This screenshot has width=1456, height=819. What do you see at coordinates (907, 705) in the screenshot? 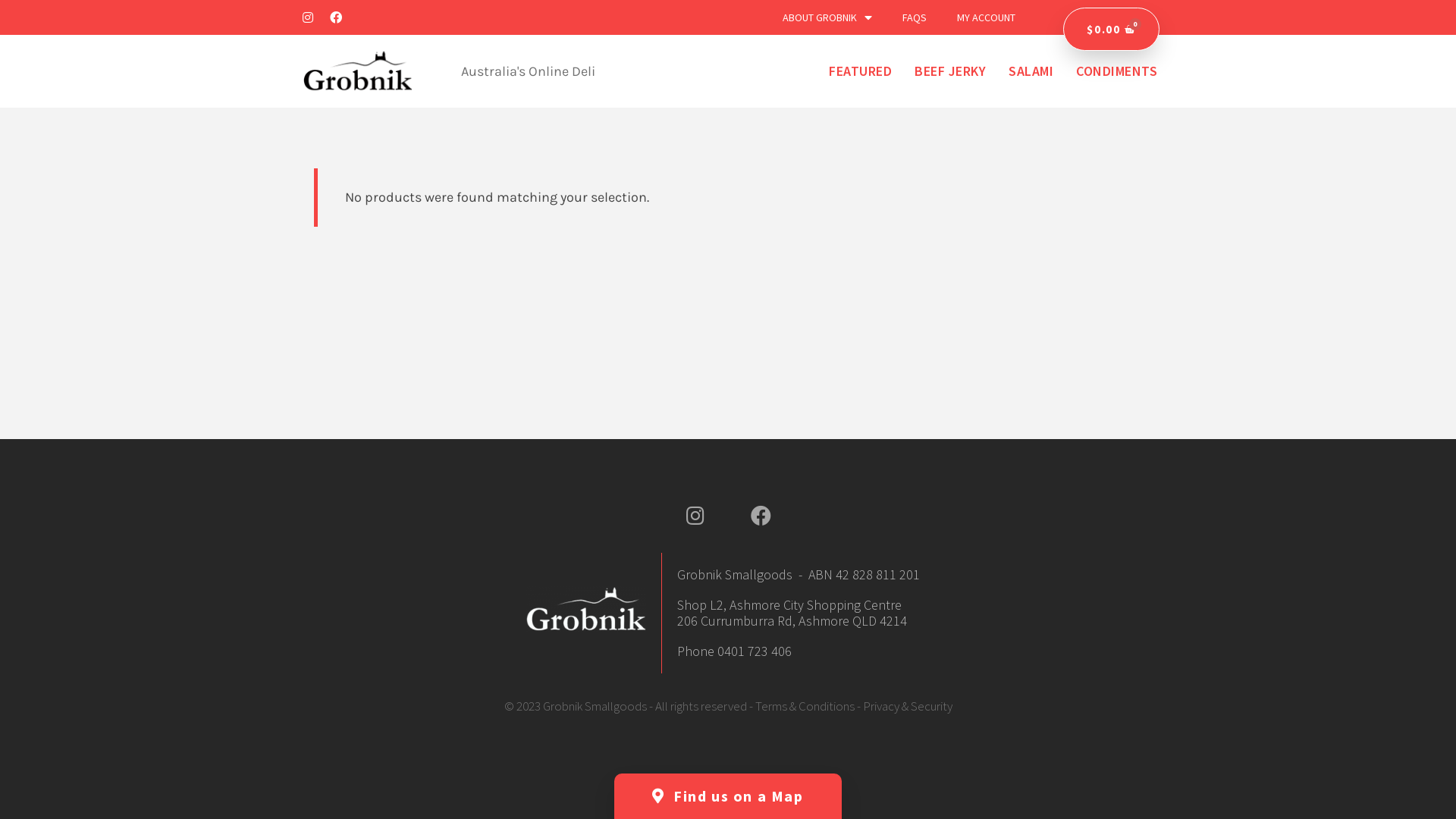
I see `'Privacy & Security'` at bounding box center [907, 705].